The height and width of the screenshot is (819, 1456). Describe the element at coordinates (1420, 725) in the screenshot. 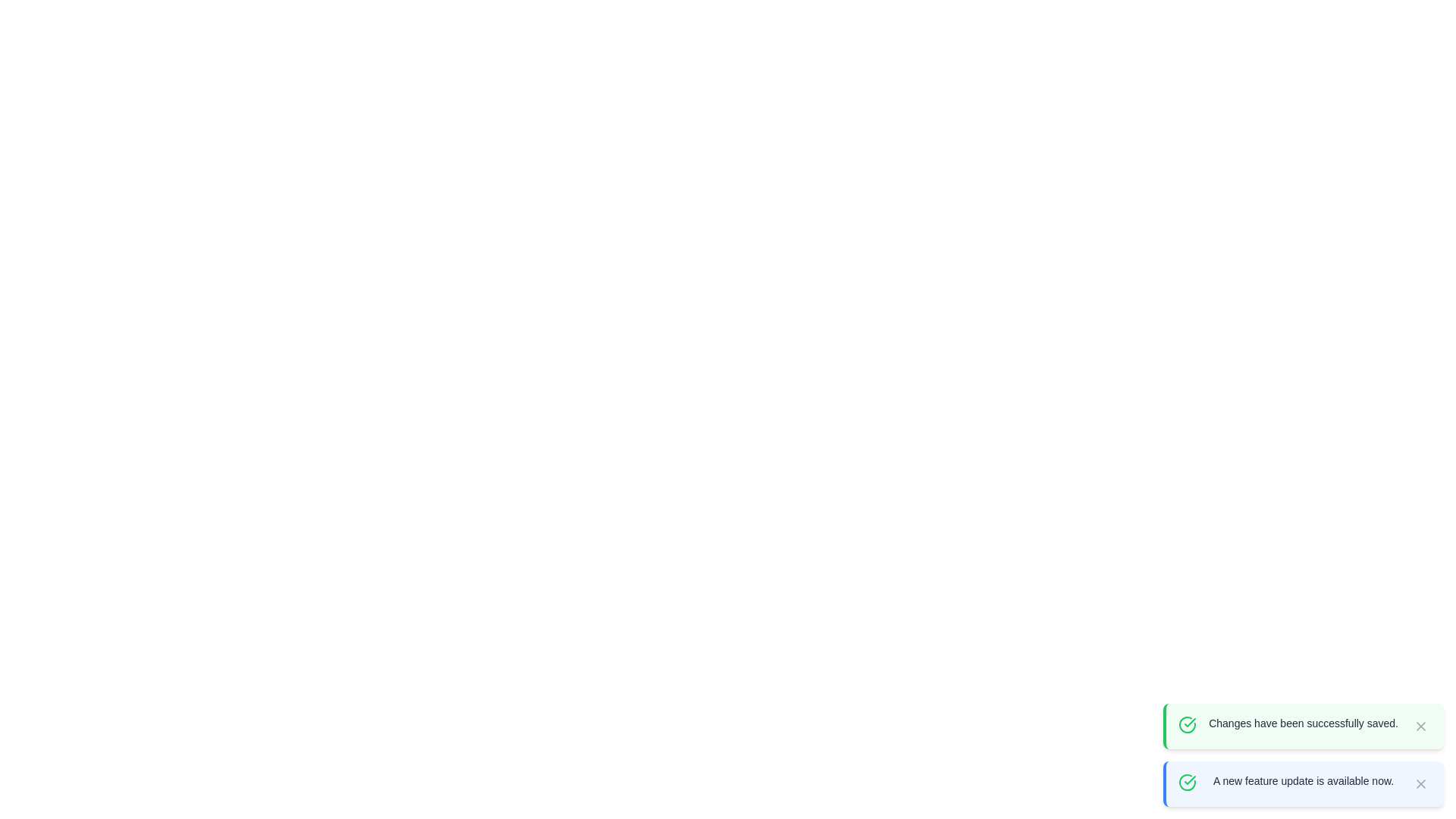

I see `the close button of the notification with the message 'Changes have been successfully saved.'` at that location.